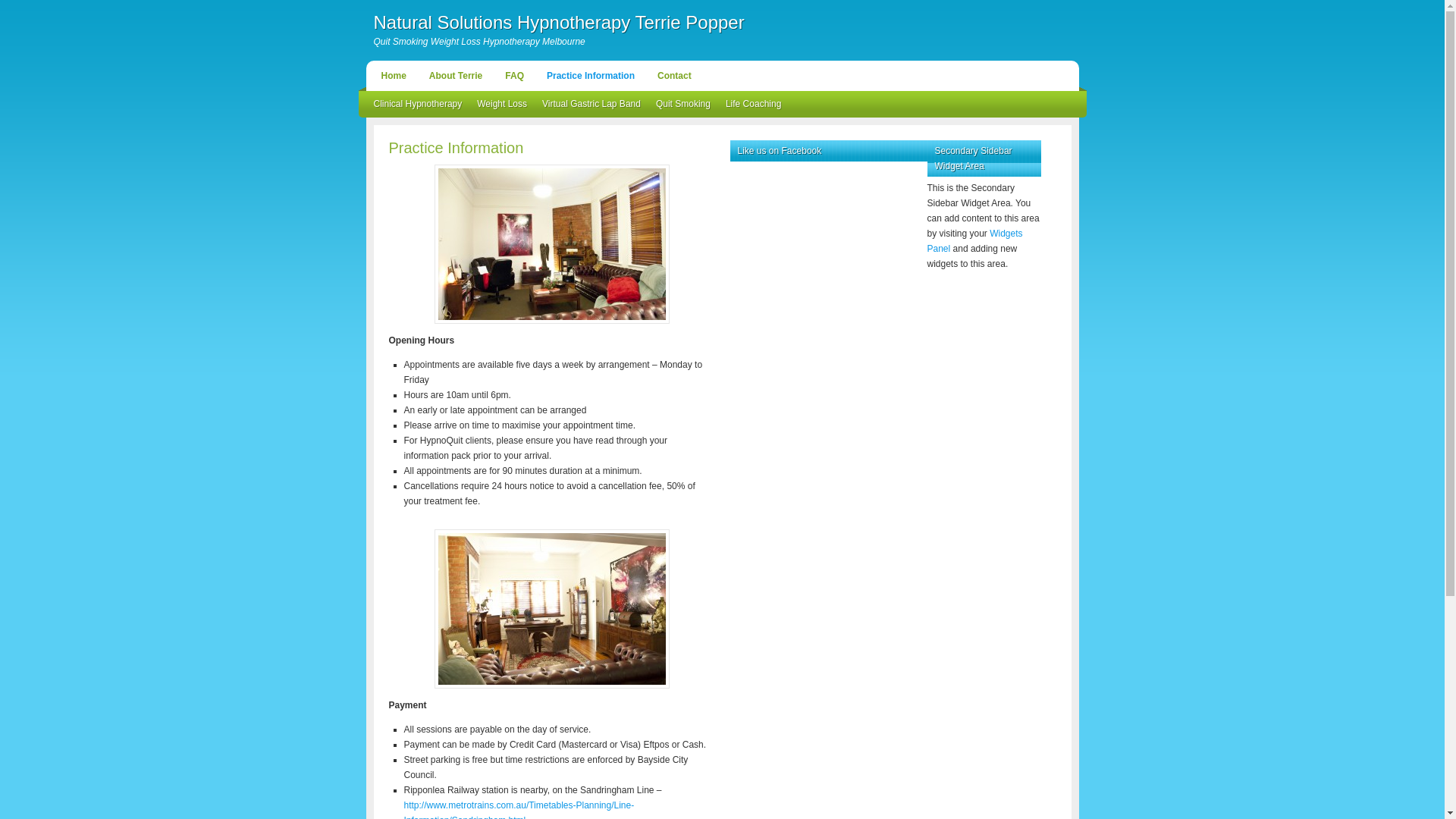 The height and width of the screenshot is (819, 1456). I want to click on 'FAQ', so click(514, 76).